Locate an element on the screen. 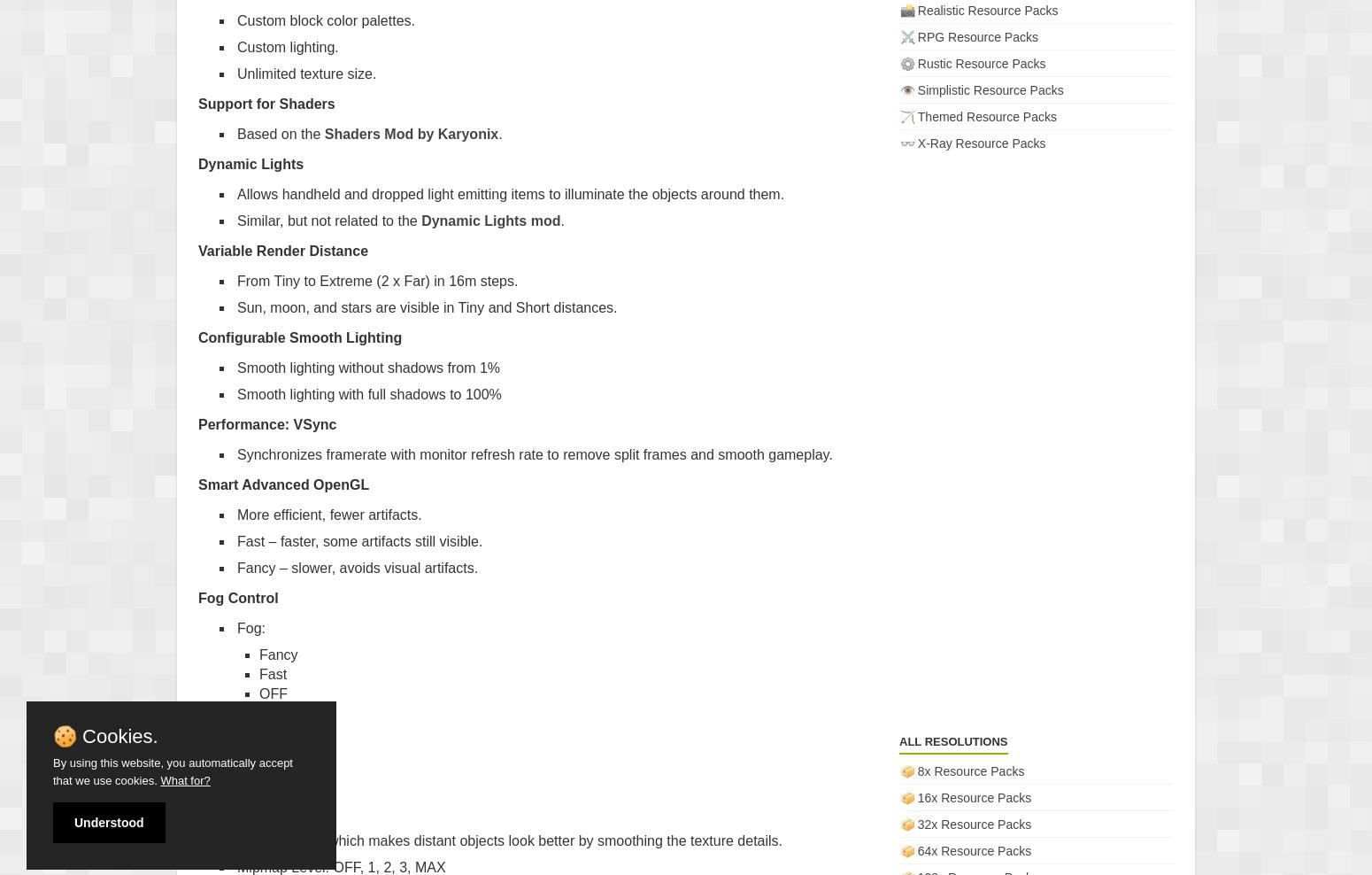 The image size is (1372, 875). '16x Resource Packs' is located at coordinates (973, 796).